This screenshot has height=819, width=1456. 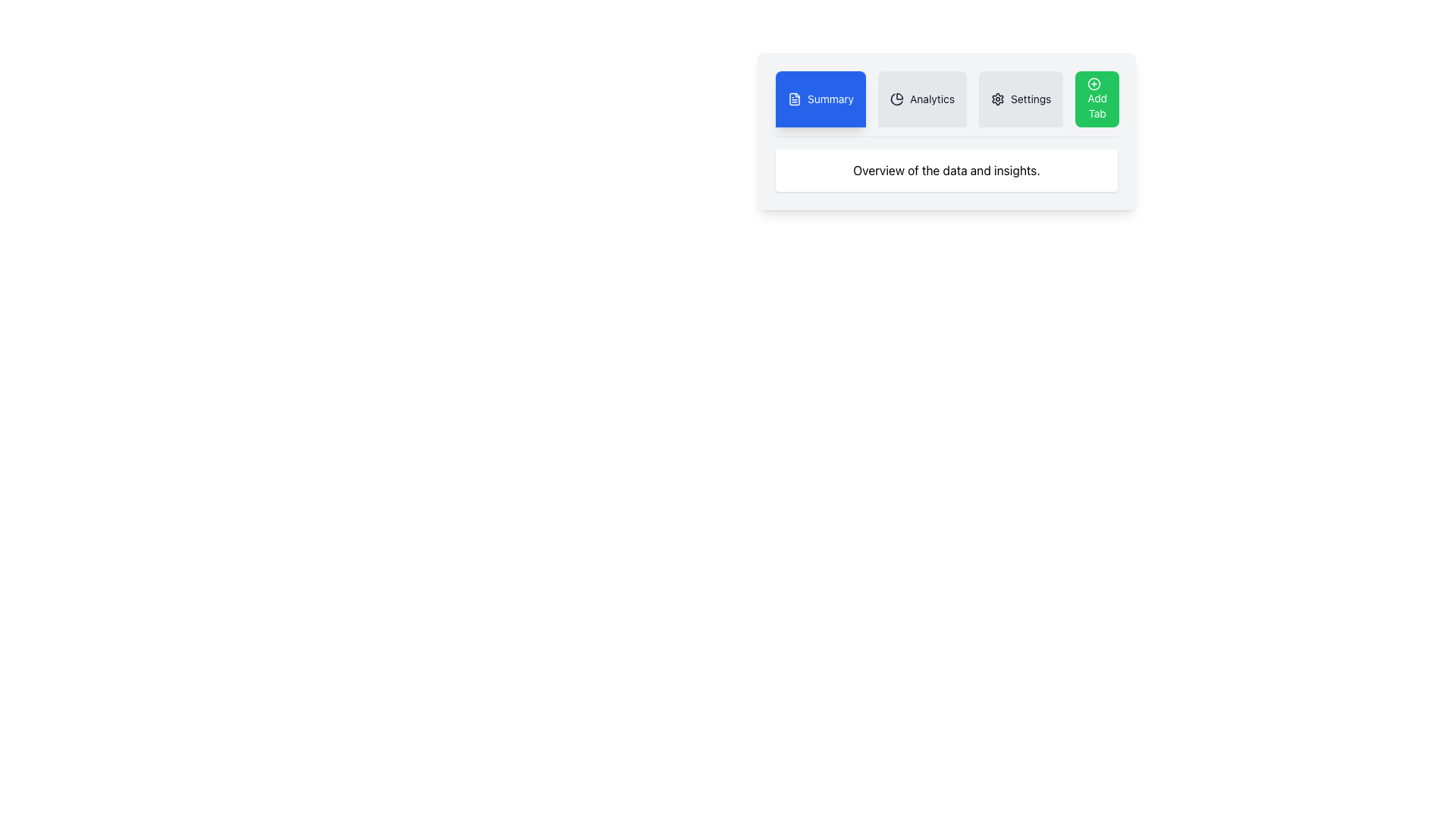 What do you see at coordinates (897, 99) in the screenshot?
I see `the analytics icon located within the 'Analytics' button, which is the second button in a row of four buttons, positioned between the 'Summary' and 'Settings' buttons` at bounding box center [897, 99].